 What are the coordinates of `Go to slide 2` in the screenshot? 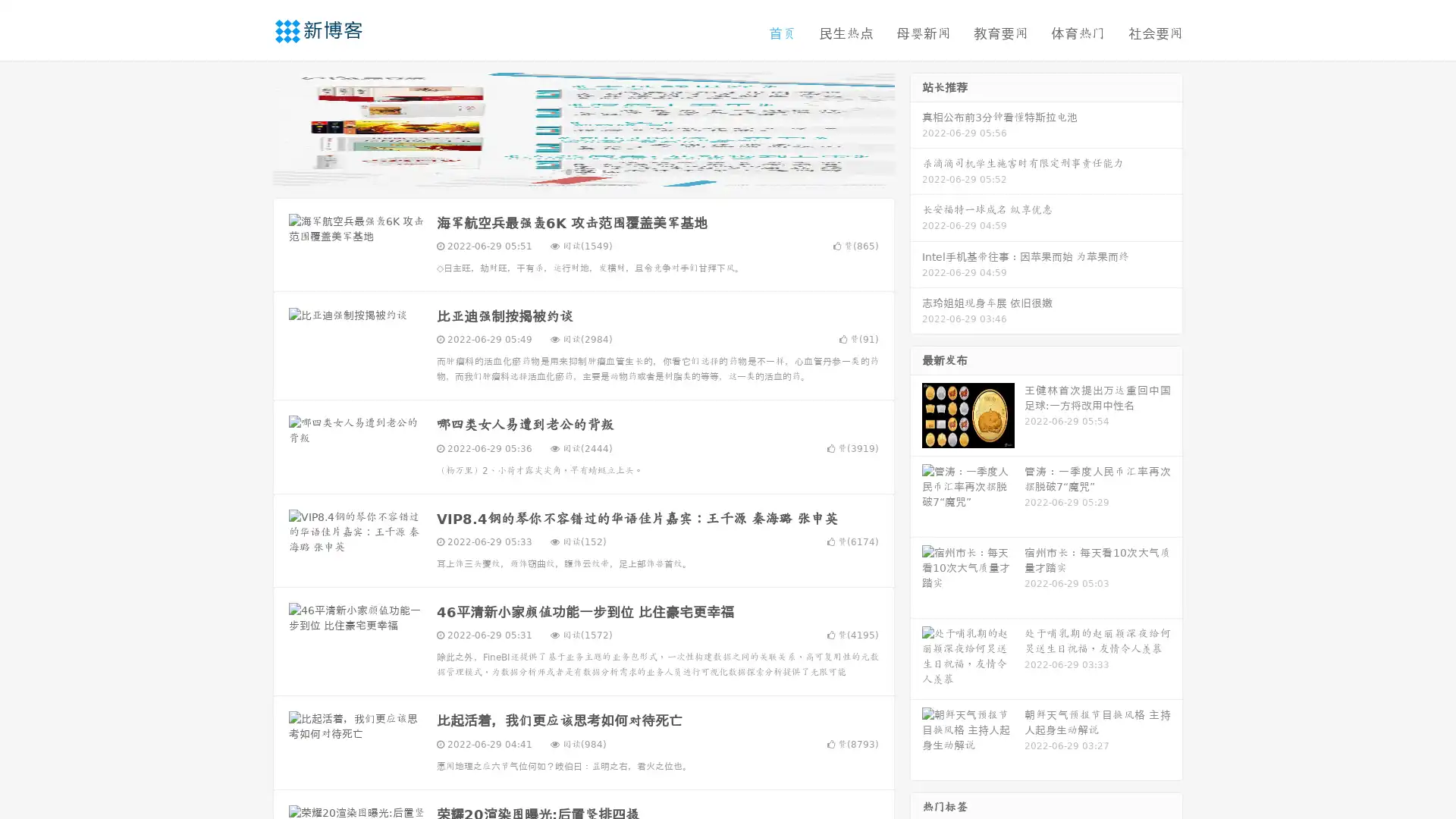 It's located at (582, 171).